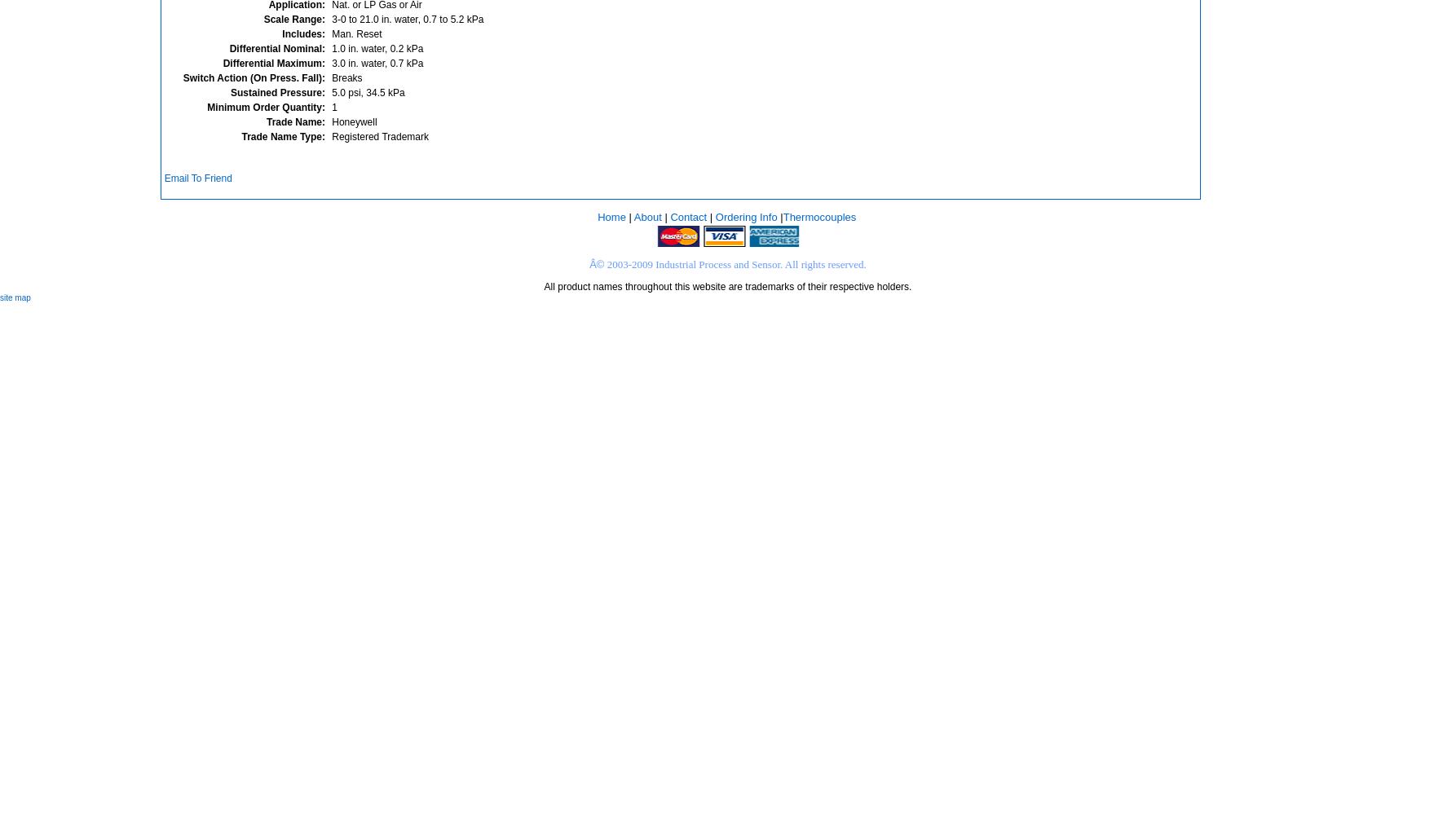 The height and width of the screenshot is (815, 1456). Describe the element at coordinates (283, 136) in the screenshot. I see `'Trade Name Type:'` at that location.